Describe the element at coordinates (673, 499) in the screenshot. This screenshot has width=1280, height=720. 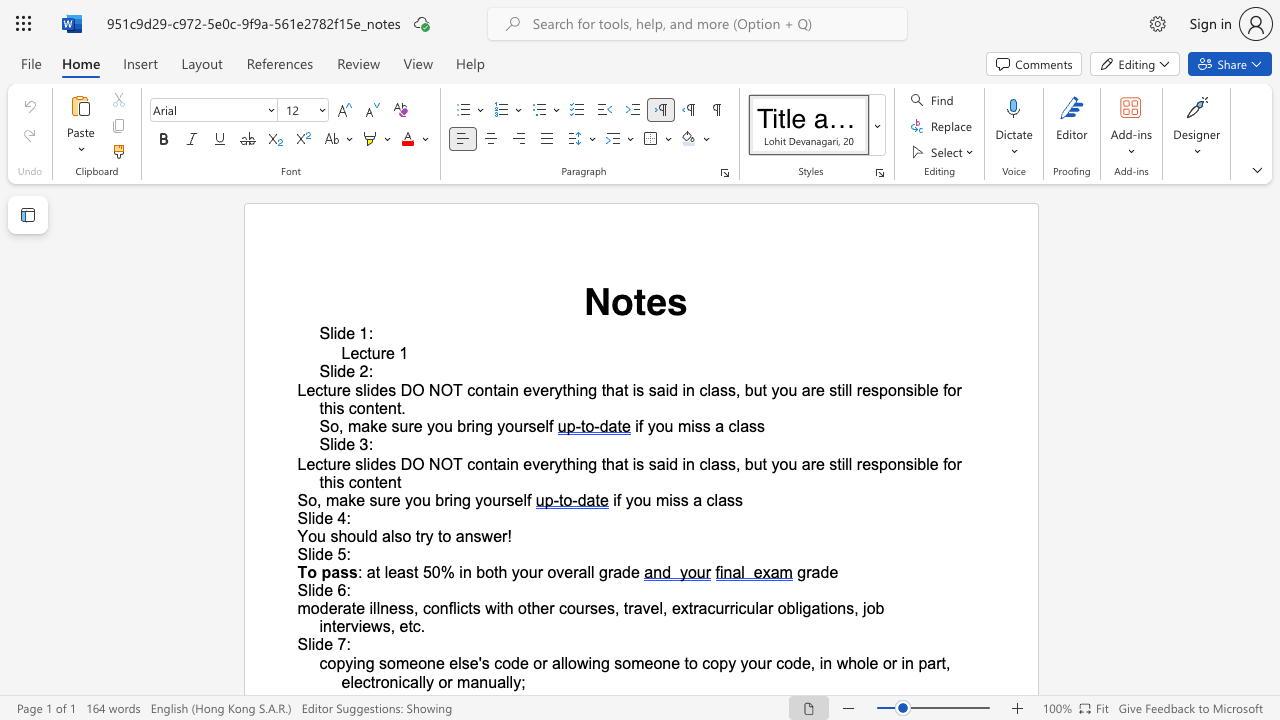
I see `the space between the continuous character "i" and "s" in the text` at that location.